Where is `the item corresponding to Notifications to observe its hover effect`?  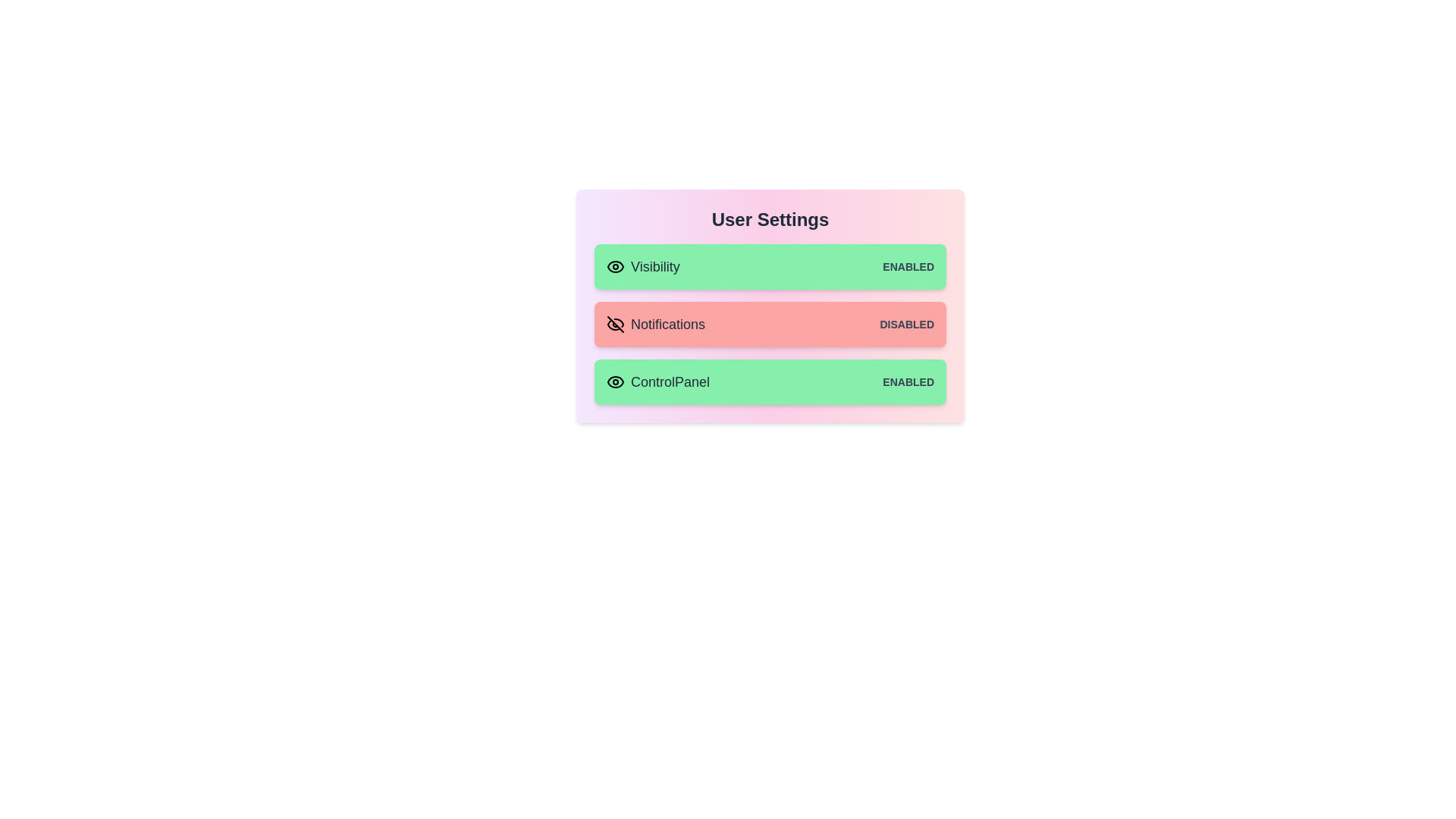
the item corresponding to Notifications to observe its hover effect is located at coordinates (770, 324).